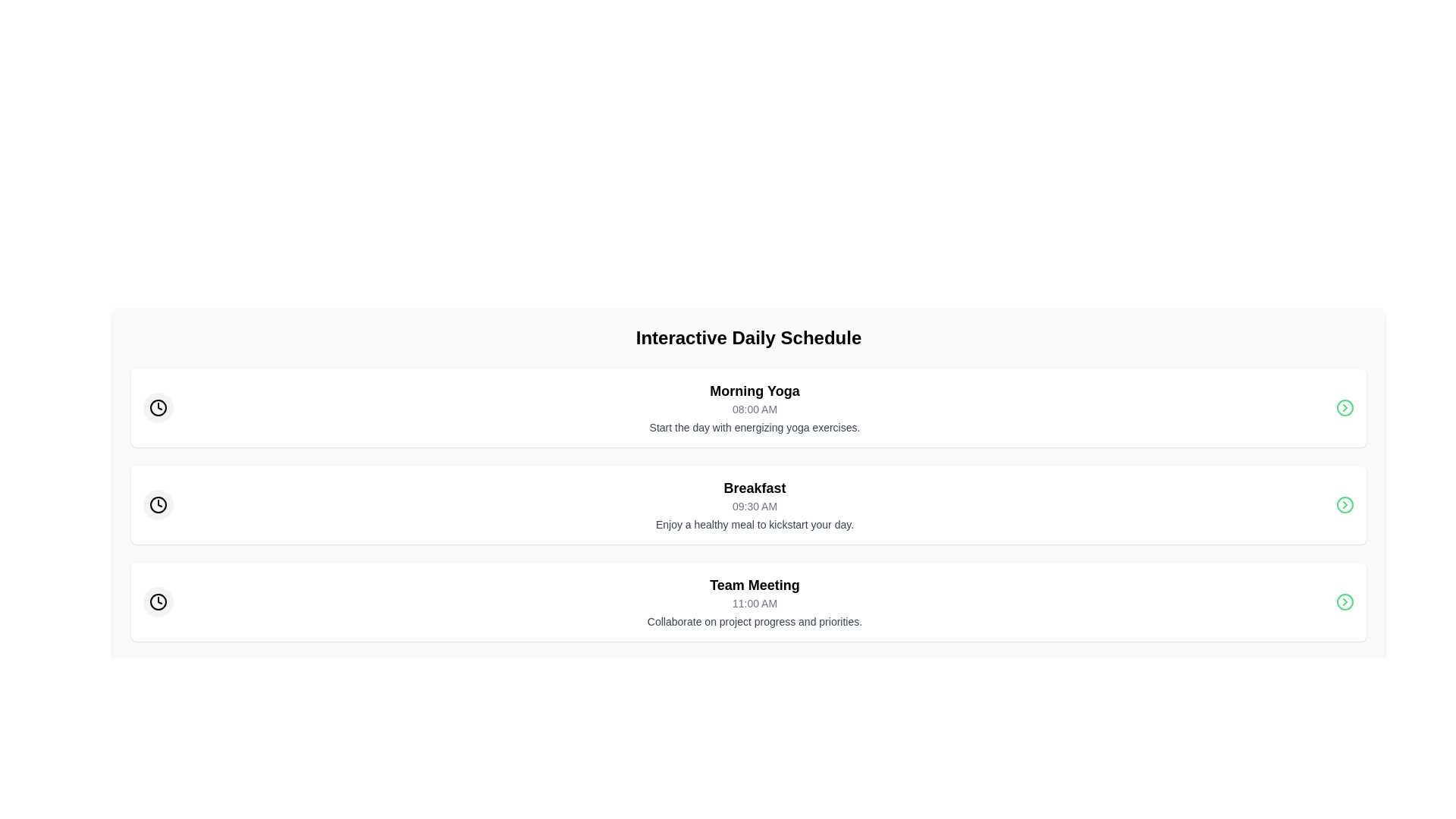 This screenshot has width=1456, height=819. What do you see at coordinates (1345, 601) in the screenshot?
I see `the green circular SVG Circle Element that is part of the completion status icons for the 'Team Meeting' schedule row` at bounding box center [1345, 601].